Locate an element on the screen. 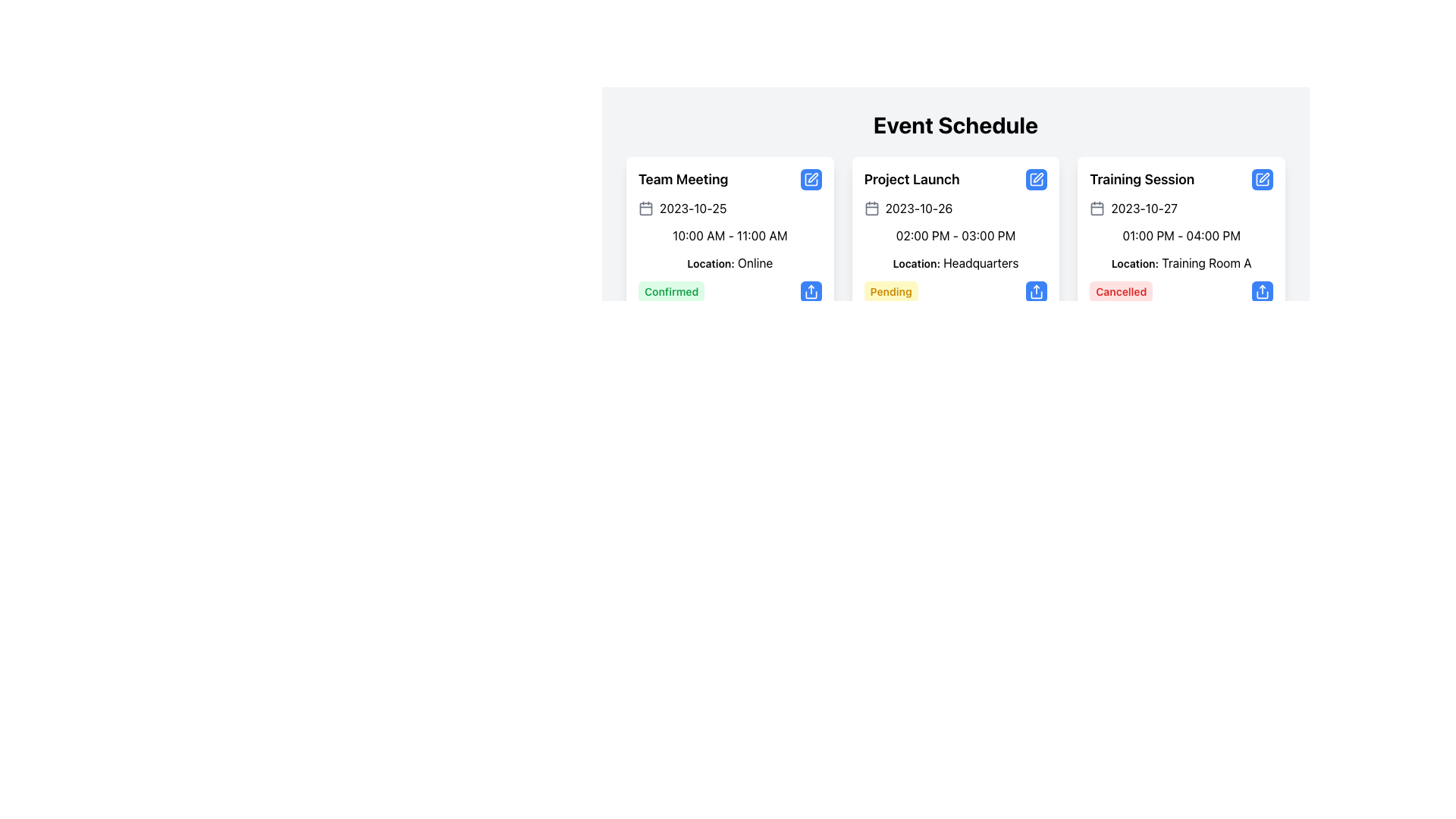  the text label that serves as a heading with the title 'Project Launch', which is located within a card that contains event details is located at coordinates (911, 178).